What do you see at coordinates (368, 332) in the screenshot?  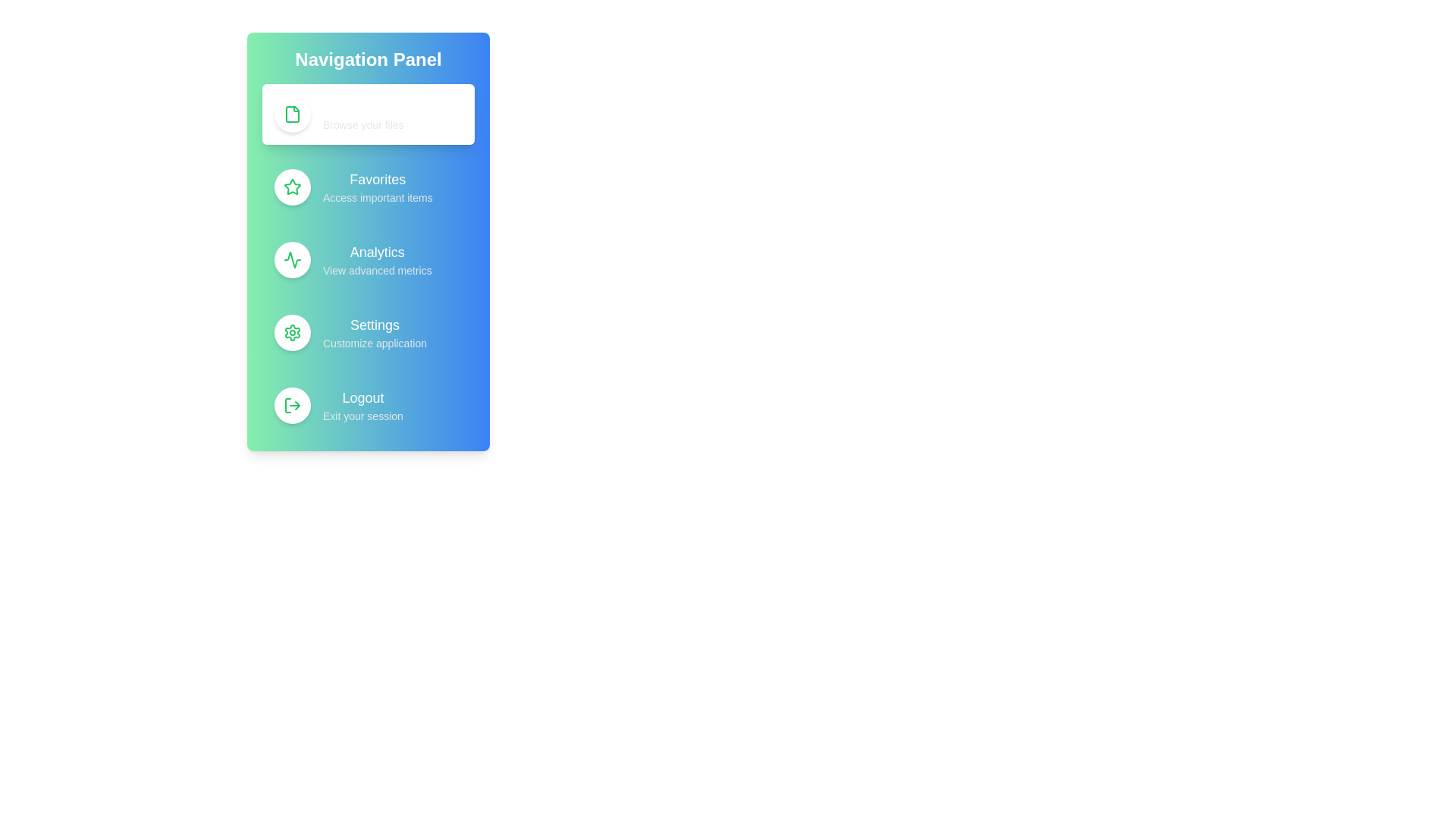 I see `the menu option Settings from the navigation menu` at bounding box center [368, 332].